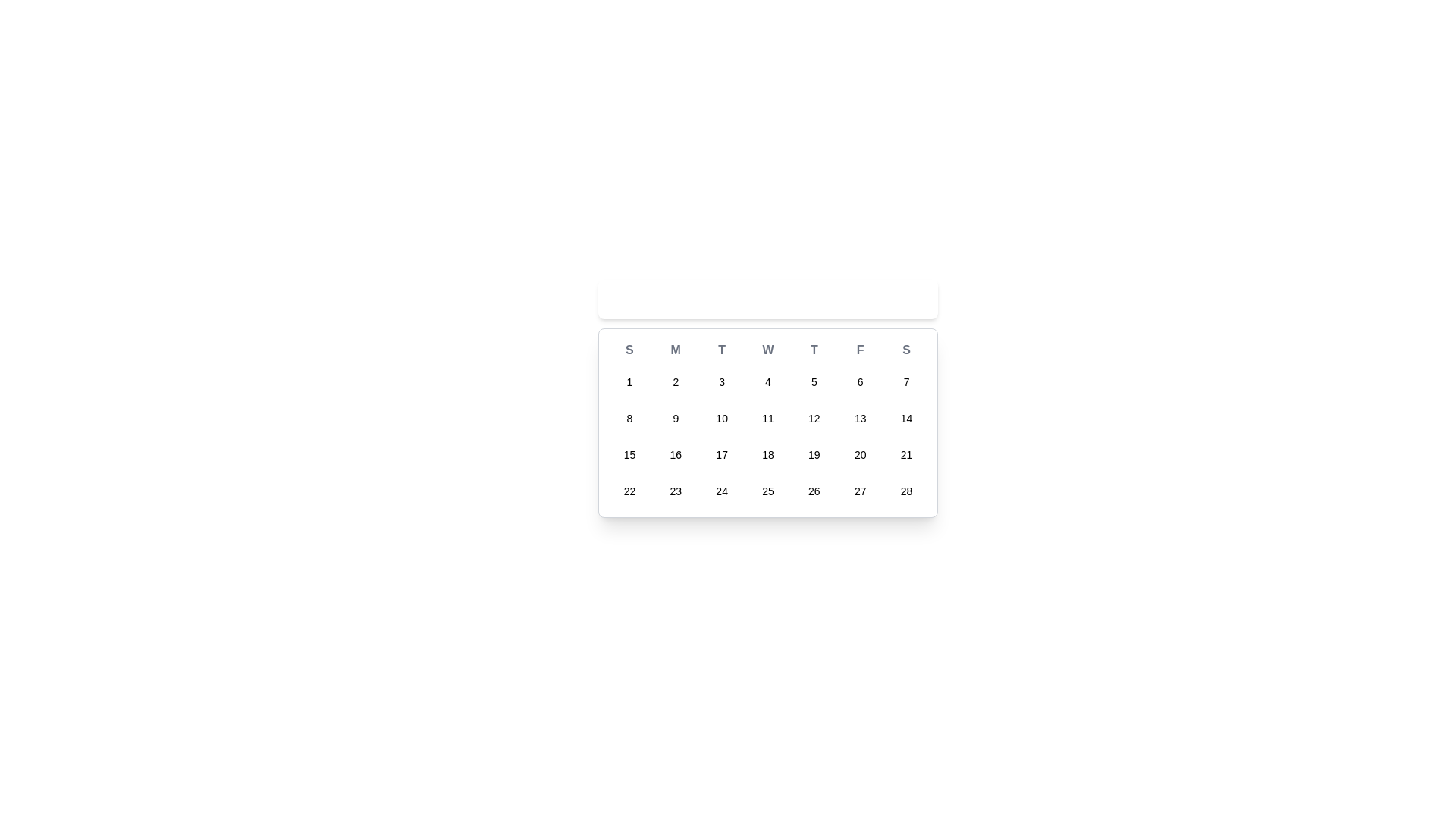 The image size is (1456, 819). What do you see at coordinates (767, 418) in the screenshot?
I see `the button representing the date '11' in the calendar view` at bounding box center [767, 418].